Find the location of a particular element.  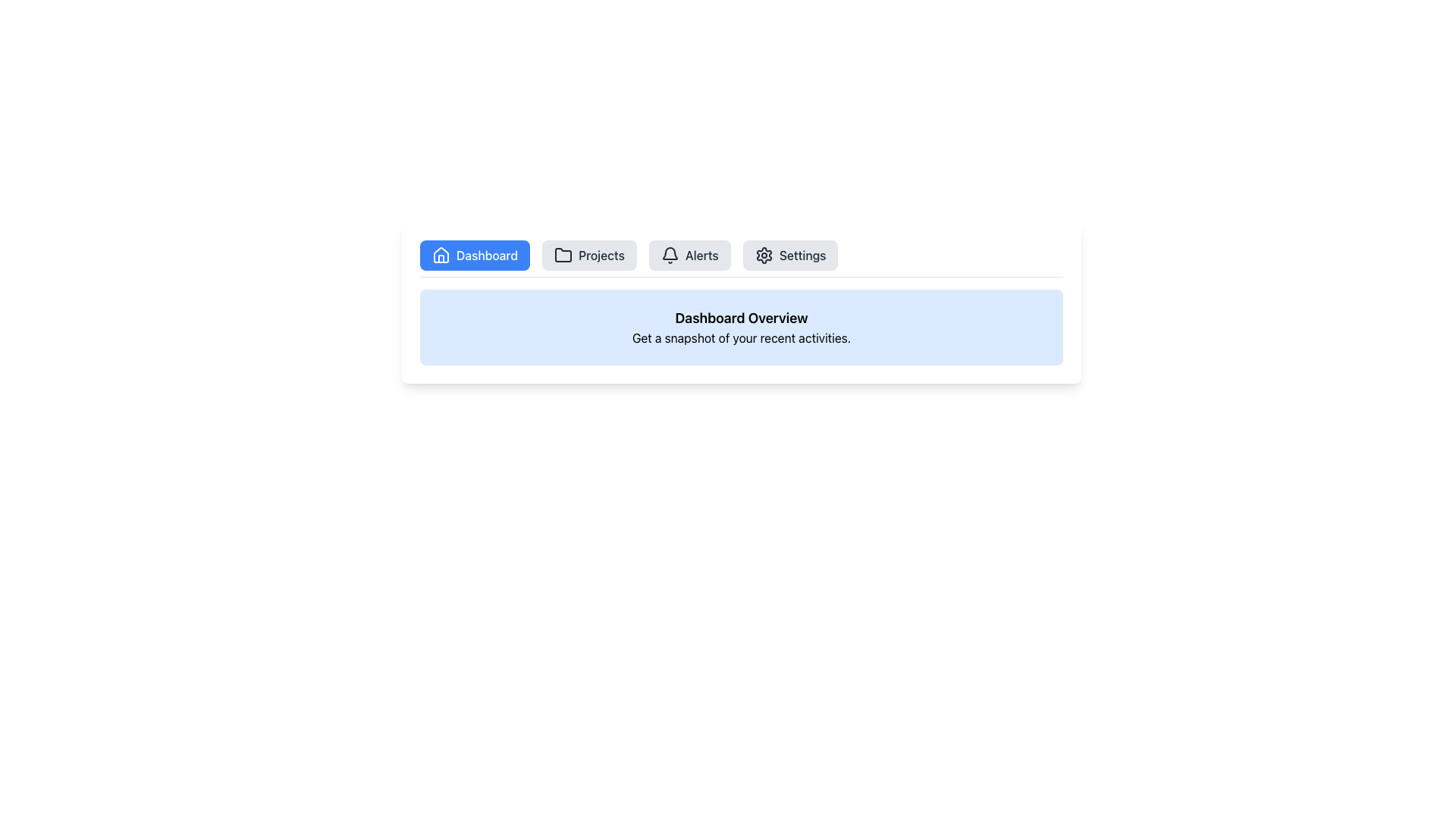

bold and prominent text 'Dashboard Overview' to understand the section heading is located at coordinates (742, 318).